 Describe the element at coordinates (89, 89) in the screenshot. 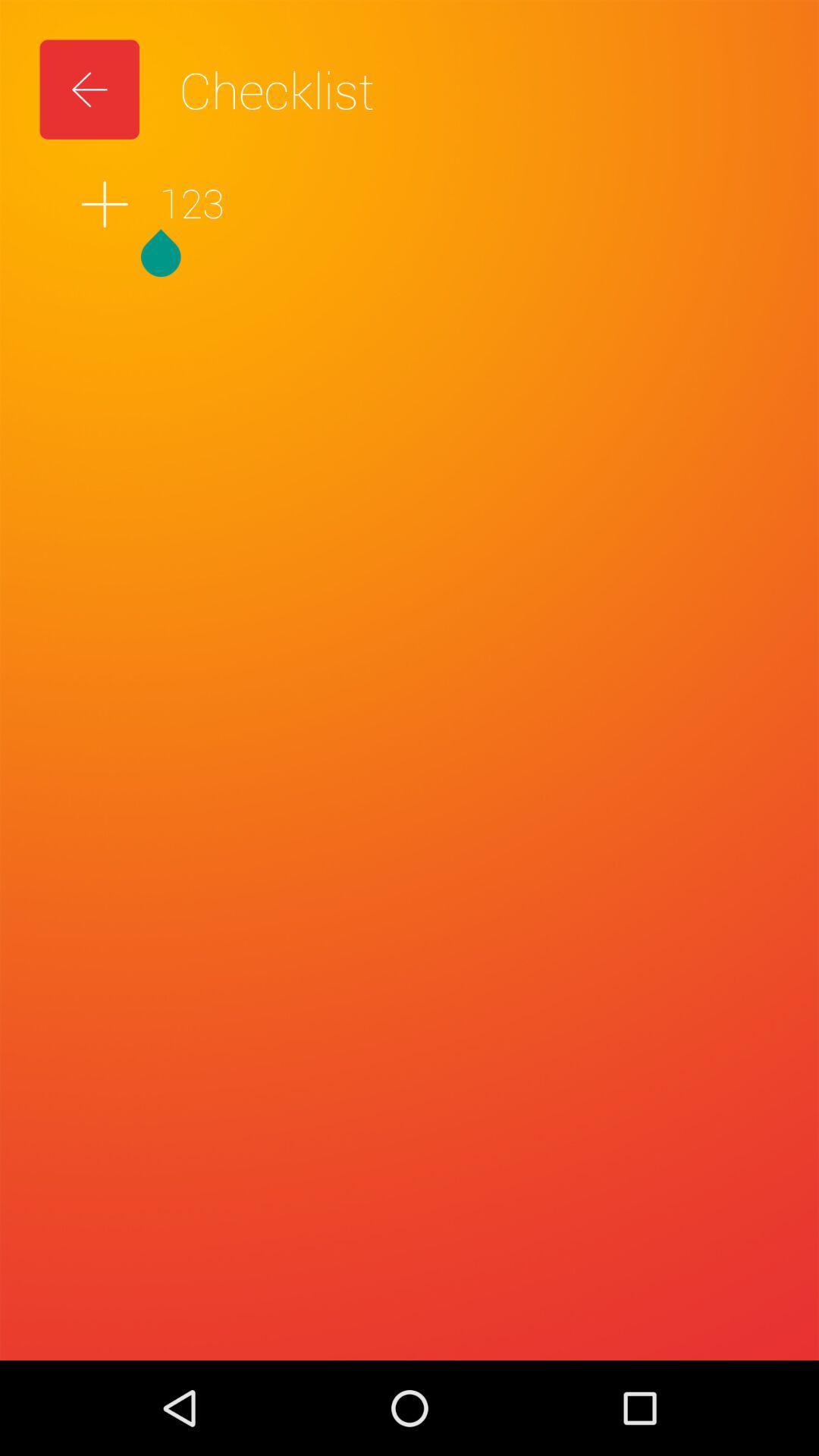

I see `icon next to the checklist` at that location.